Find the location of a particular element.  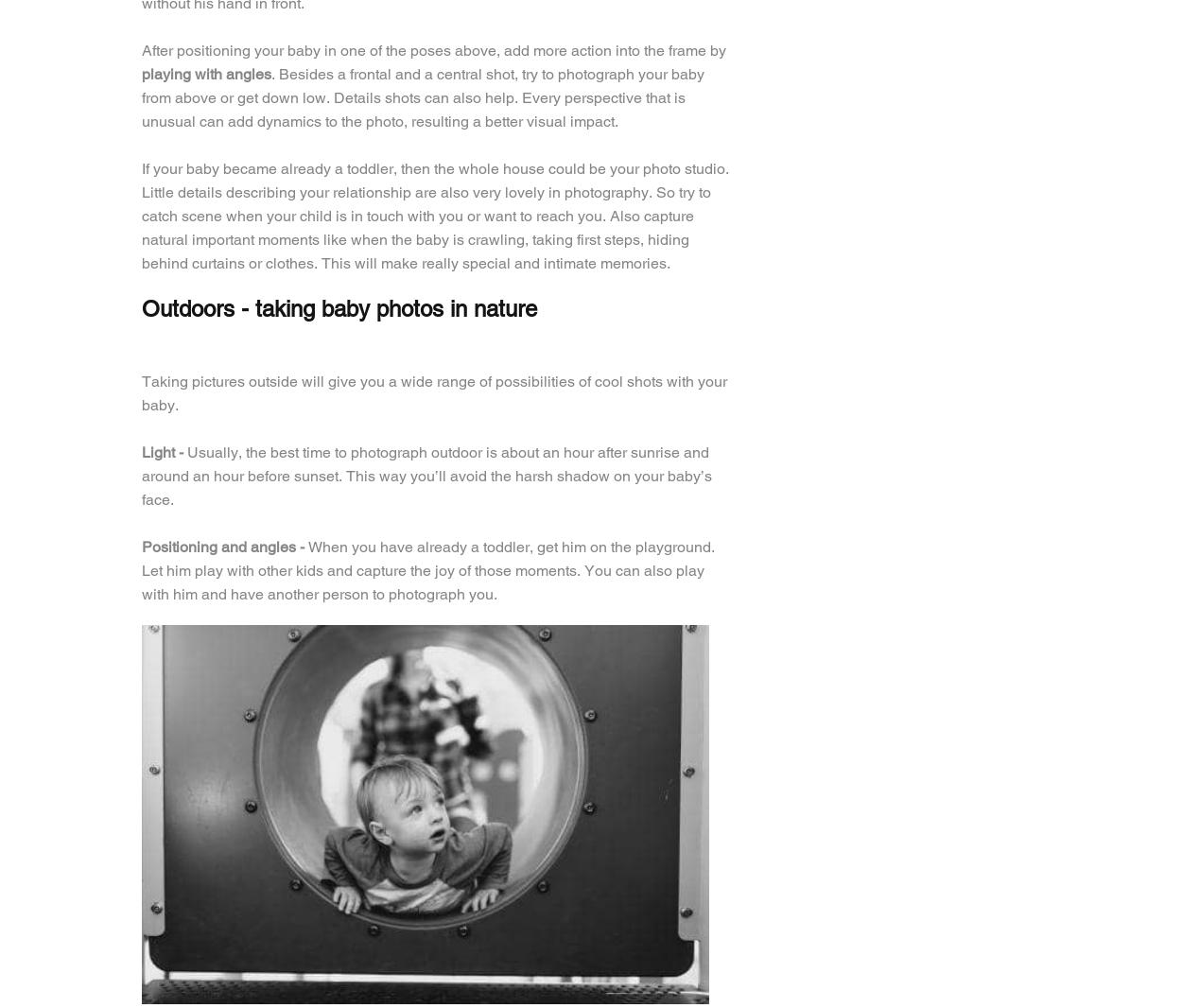

'If your baby became already a toddler, then the whole house could be your photo studio. Little details describing your relationship are also very lovely in photography. So try to catch scene when your child is in touch with you or want to reach you. Also capture natural important moments like when the baby is crawling, taking first steps, hiding behind curtains or clothes. This will make really special and intimate memories.' is located at coordinates (434, 215).